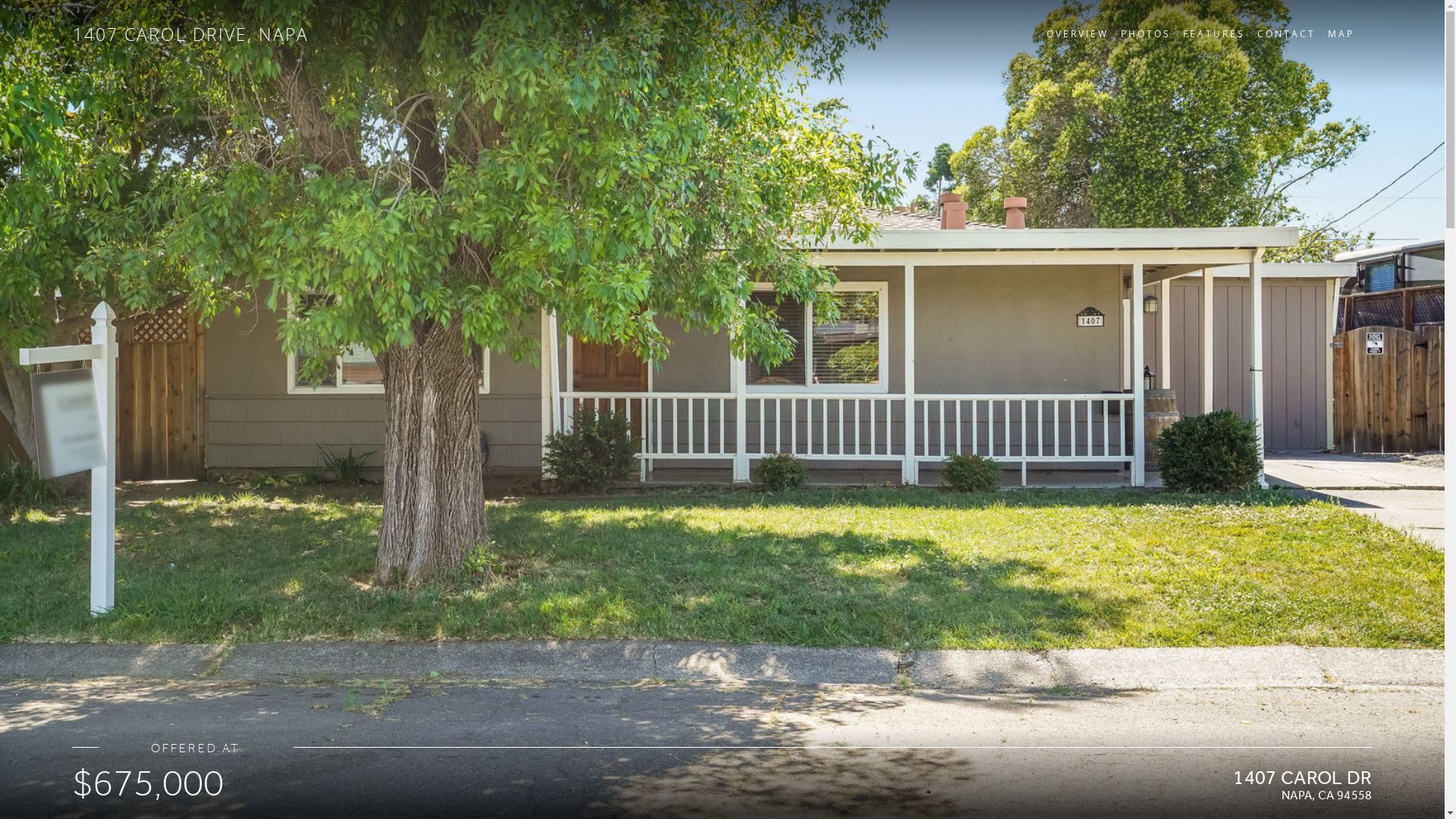 The image size is (1456, 819). Describe the element at coordinates (1214, 33) in the screenshot. I see `'FEATURES'` at that location.